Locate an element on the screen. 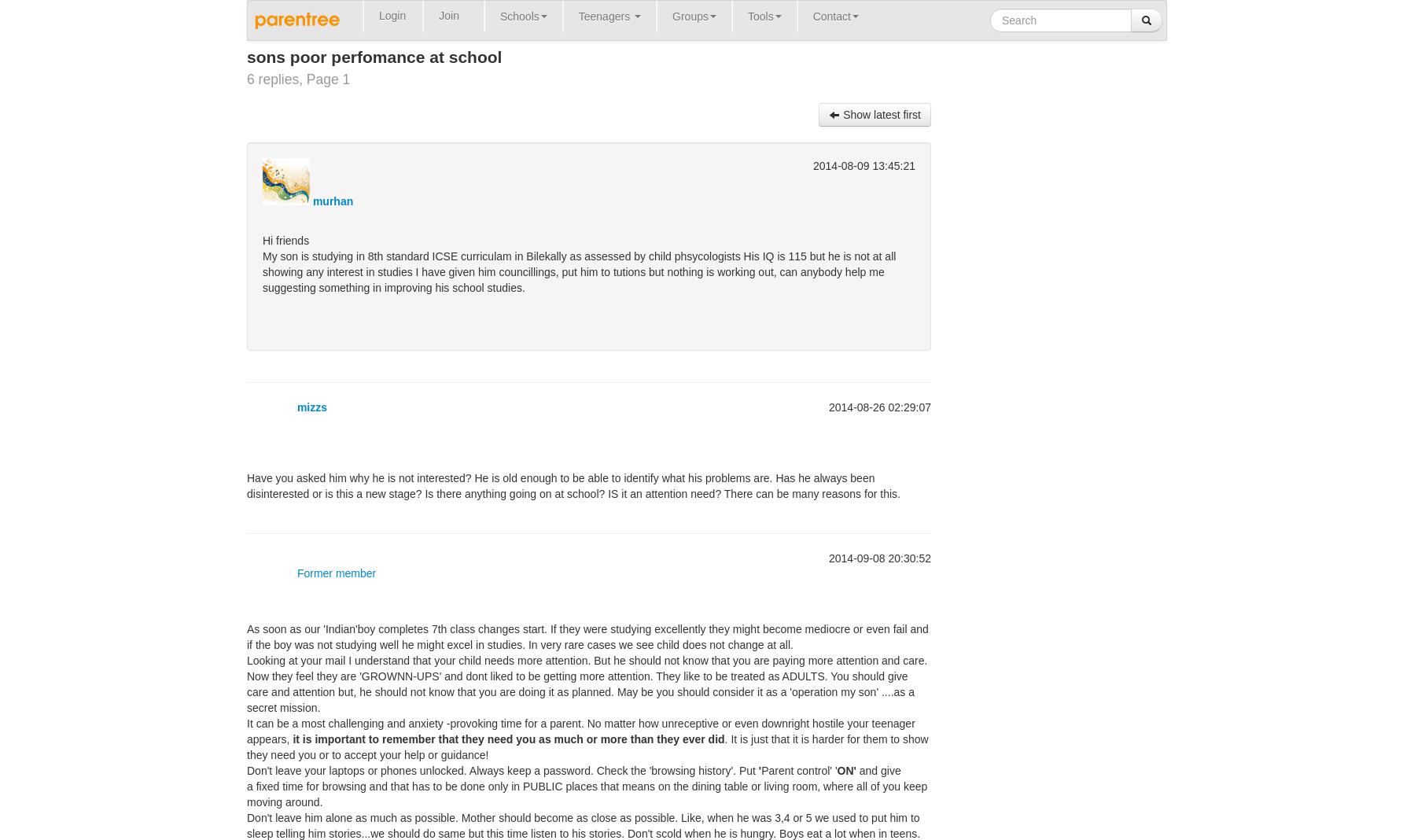  'sons poor perfomance at school' is located at coordinates (374, 56).